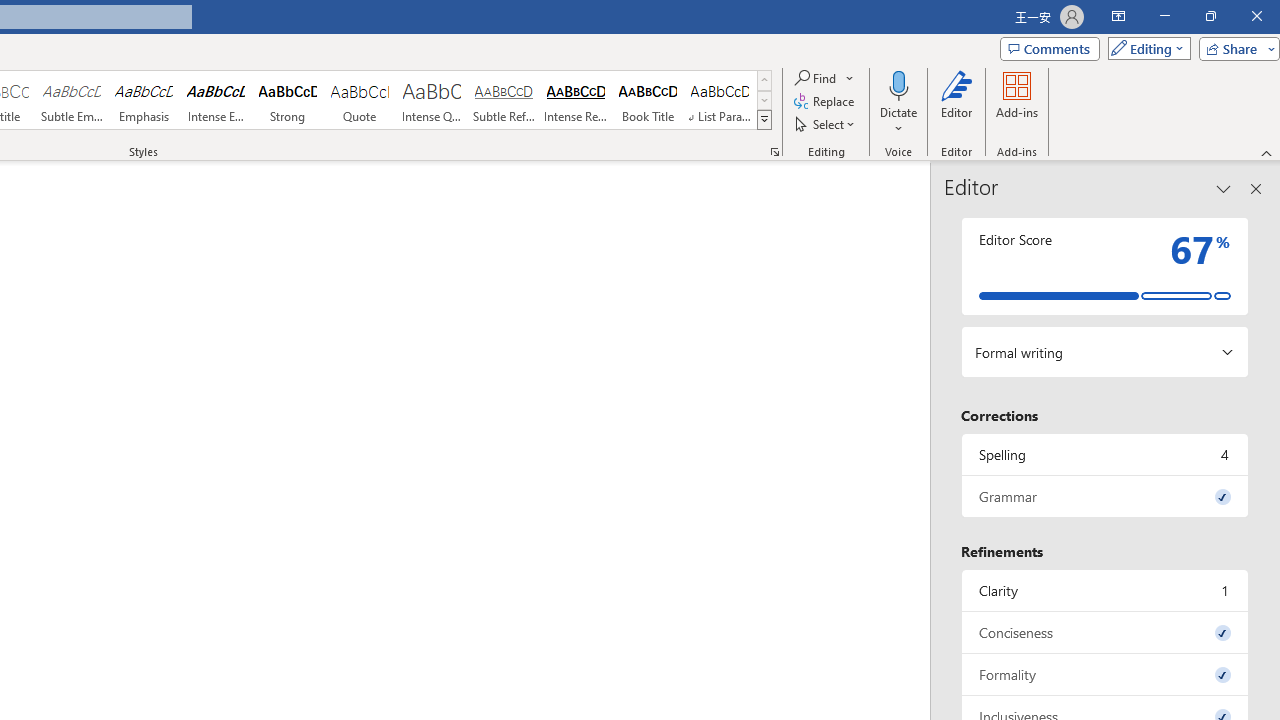  Describe the element at coordinates (1144, 47) in the screenshot. I see `'Editing'` at that location.